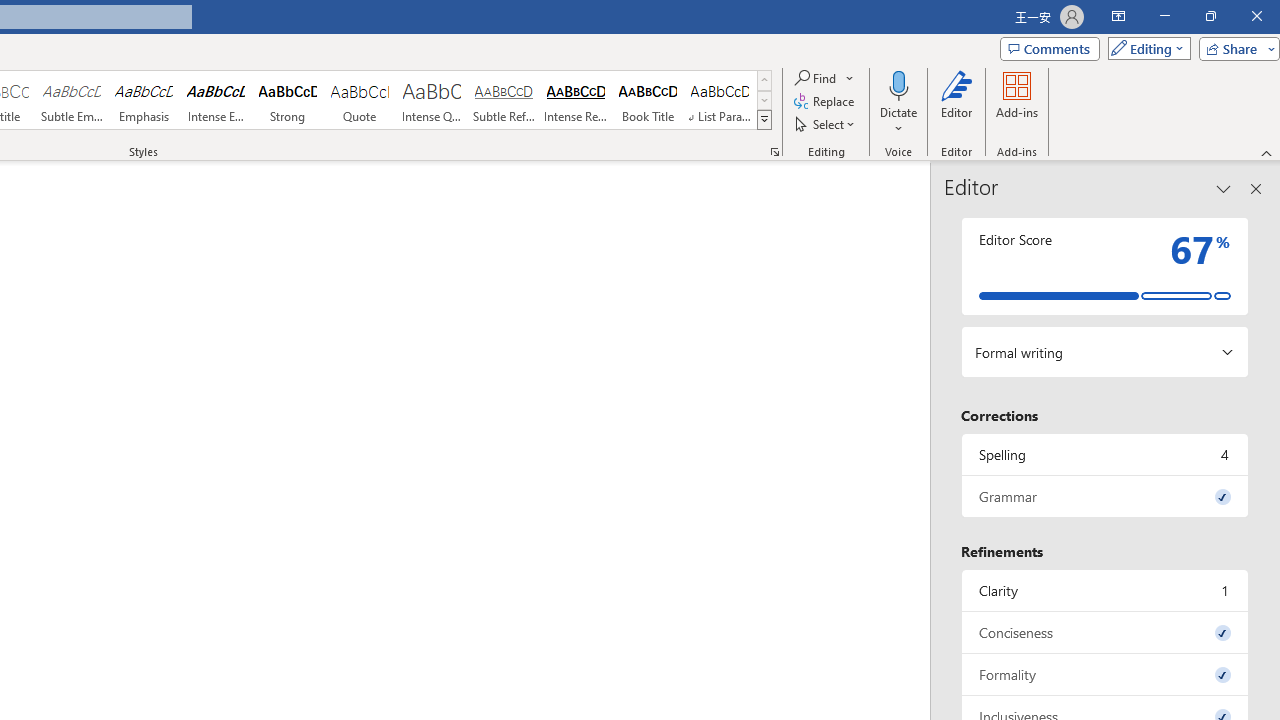  Describe the element at coordinates (1144, 47) in the screenshot. I see `'Editing'` at that location.